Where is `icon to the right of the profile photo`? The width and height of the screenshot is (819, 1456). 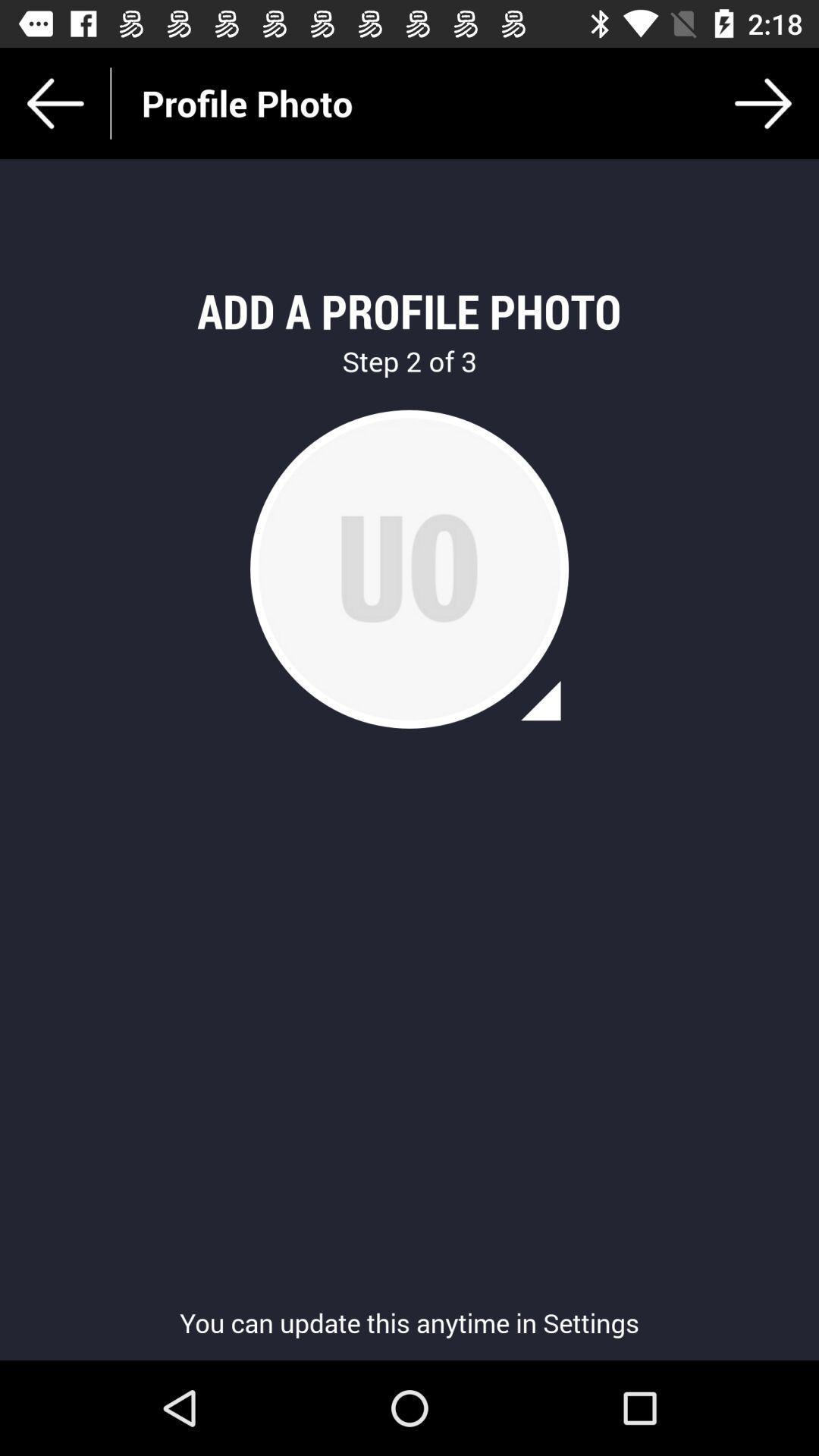
icon to the right of the profile photo is located at coordinates (763, 102).